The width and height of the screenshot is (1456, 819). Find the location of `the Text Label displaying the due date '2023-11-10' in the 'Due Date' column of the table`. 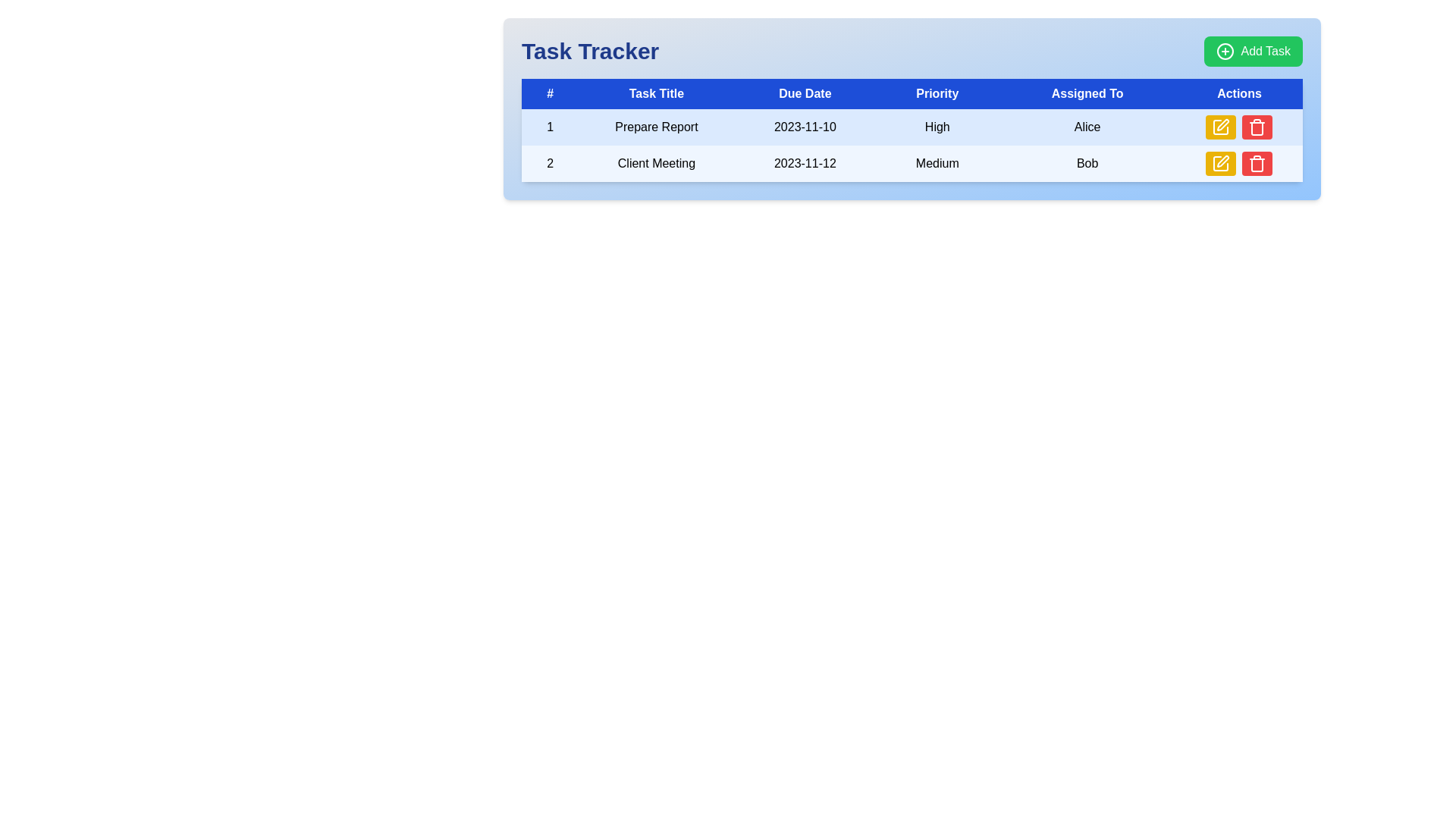

the Text Label displaying the due date '2023-11-10' in the 'Due Date' column of the table is located at coordinates (804, 127).